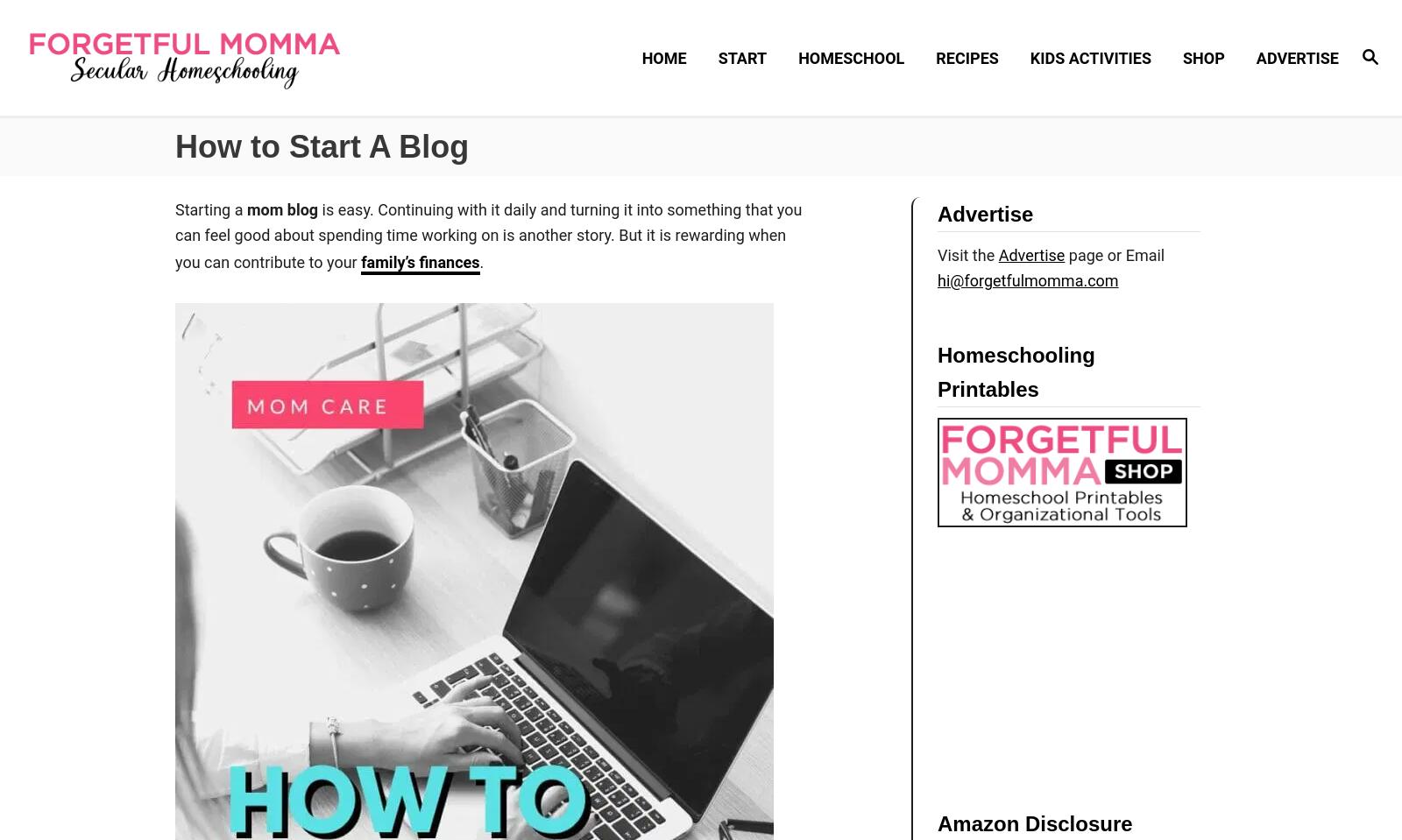 The image size is (1402, 840). What do you see at coordinates (1027, 279) in the screenshot?
I see `'hi@forgetfulmomma.com'` at bounding box center [1027, 279].